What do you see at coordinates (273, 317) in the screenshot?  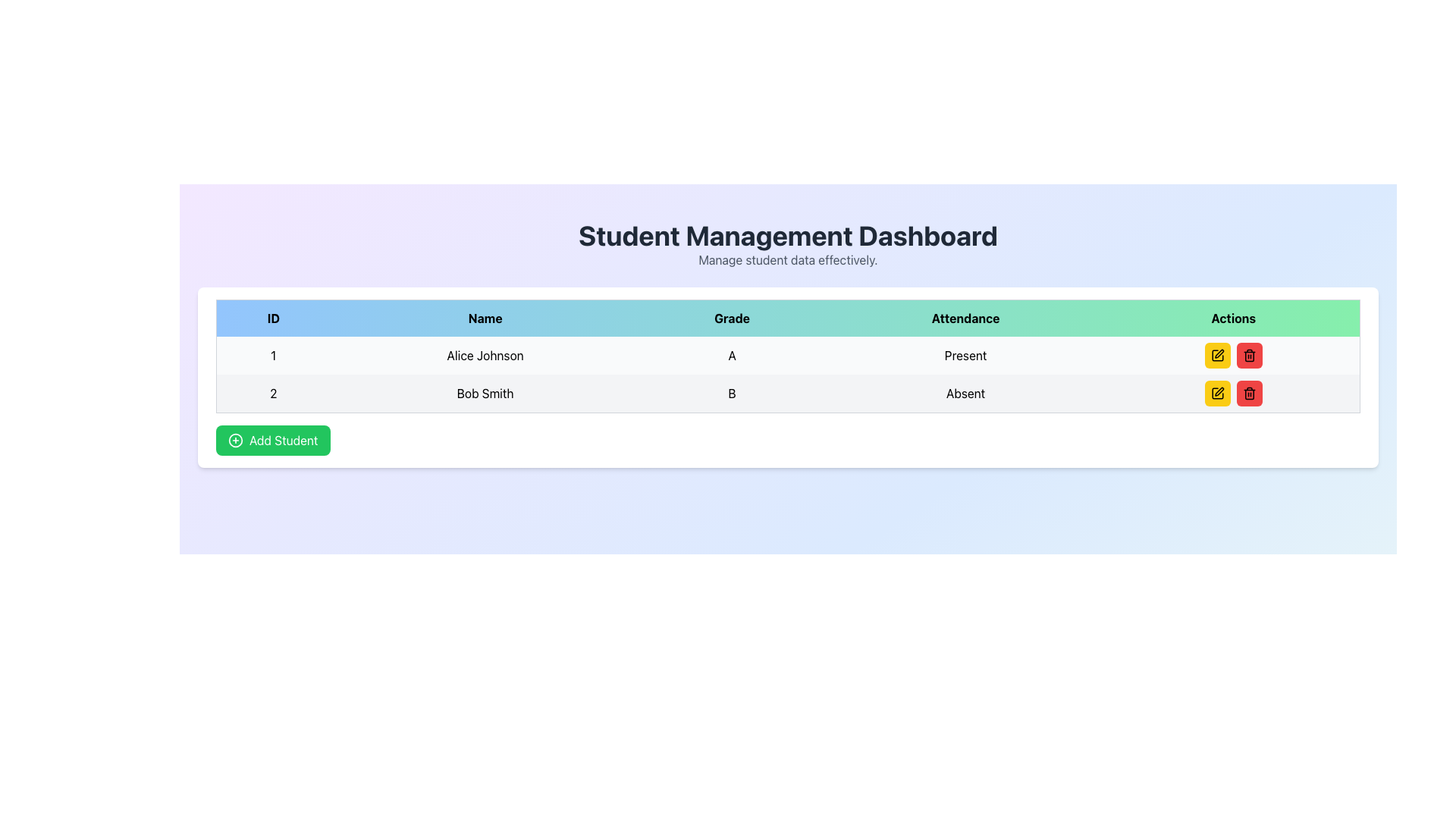 I see `the text element displaying 'ID' which is styled with a light blue background and bold black font, located as the first column header in the table` at bounding box center [273, 317].